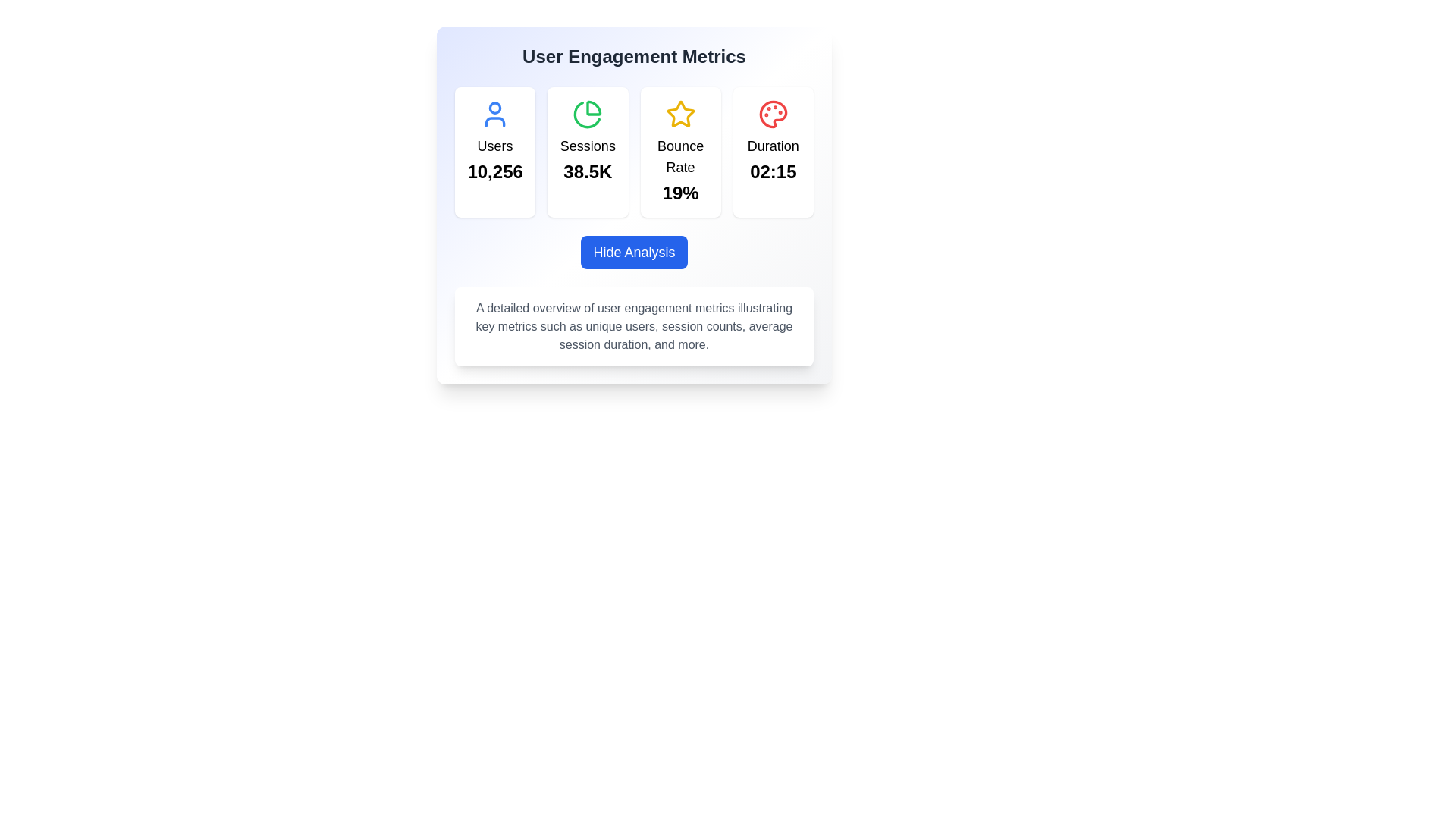 This screenshot has width=1456, height=819. What do you see at coordinates (494, 113) in the screenshot?
I see `the blue user icon located in the upper-left corner of the first metric card in the 'User Engagement Metrics' section` at bounding box center [494, 113].